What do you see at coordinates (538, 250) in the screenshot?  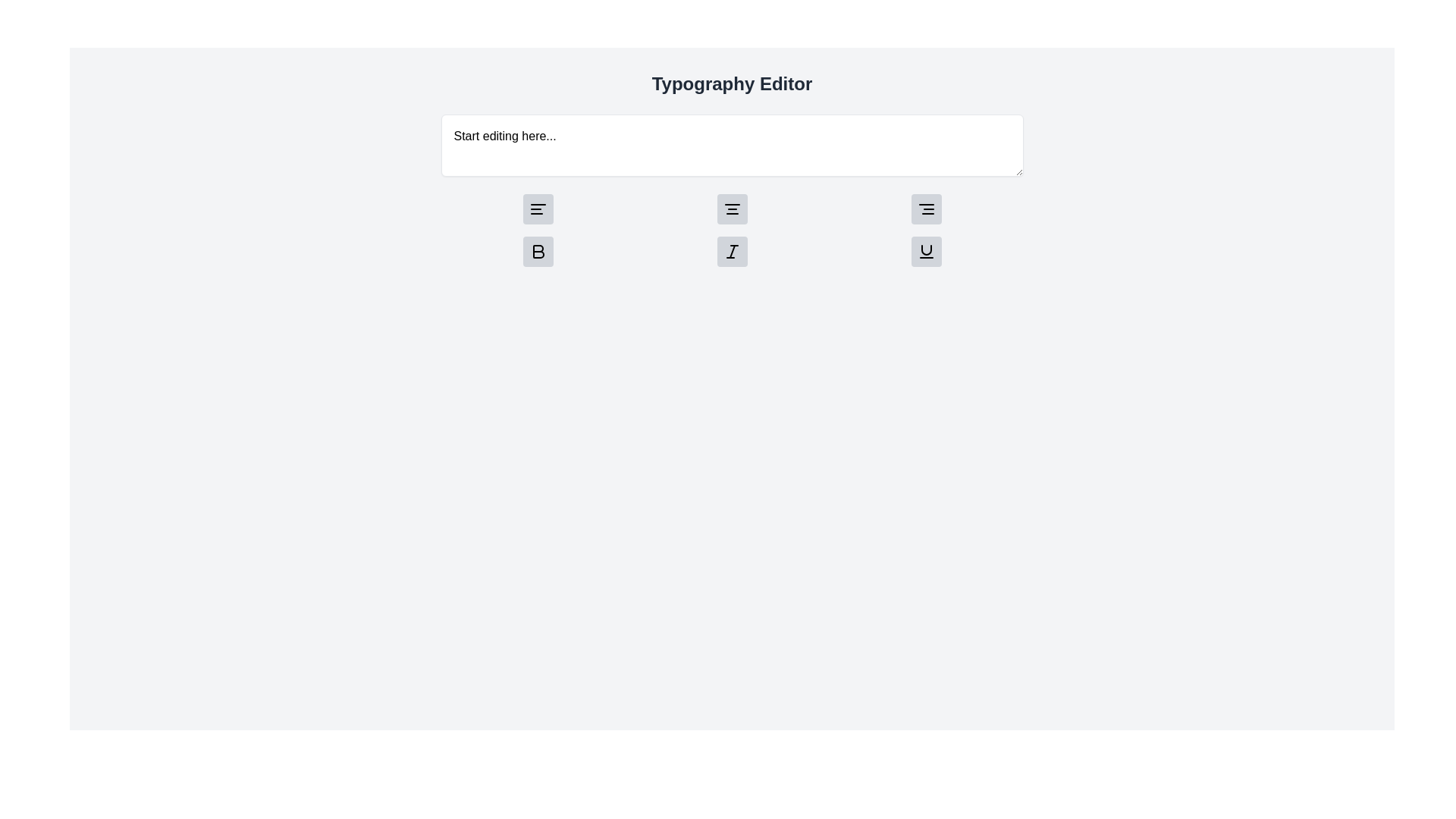 I see `the bold formatting icon button in the typography editor to apply bold styling to the selected text` at bounding box center [538, 250].